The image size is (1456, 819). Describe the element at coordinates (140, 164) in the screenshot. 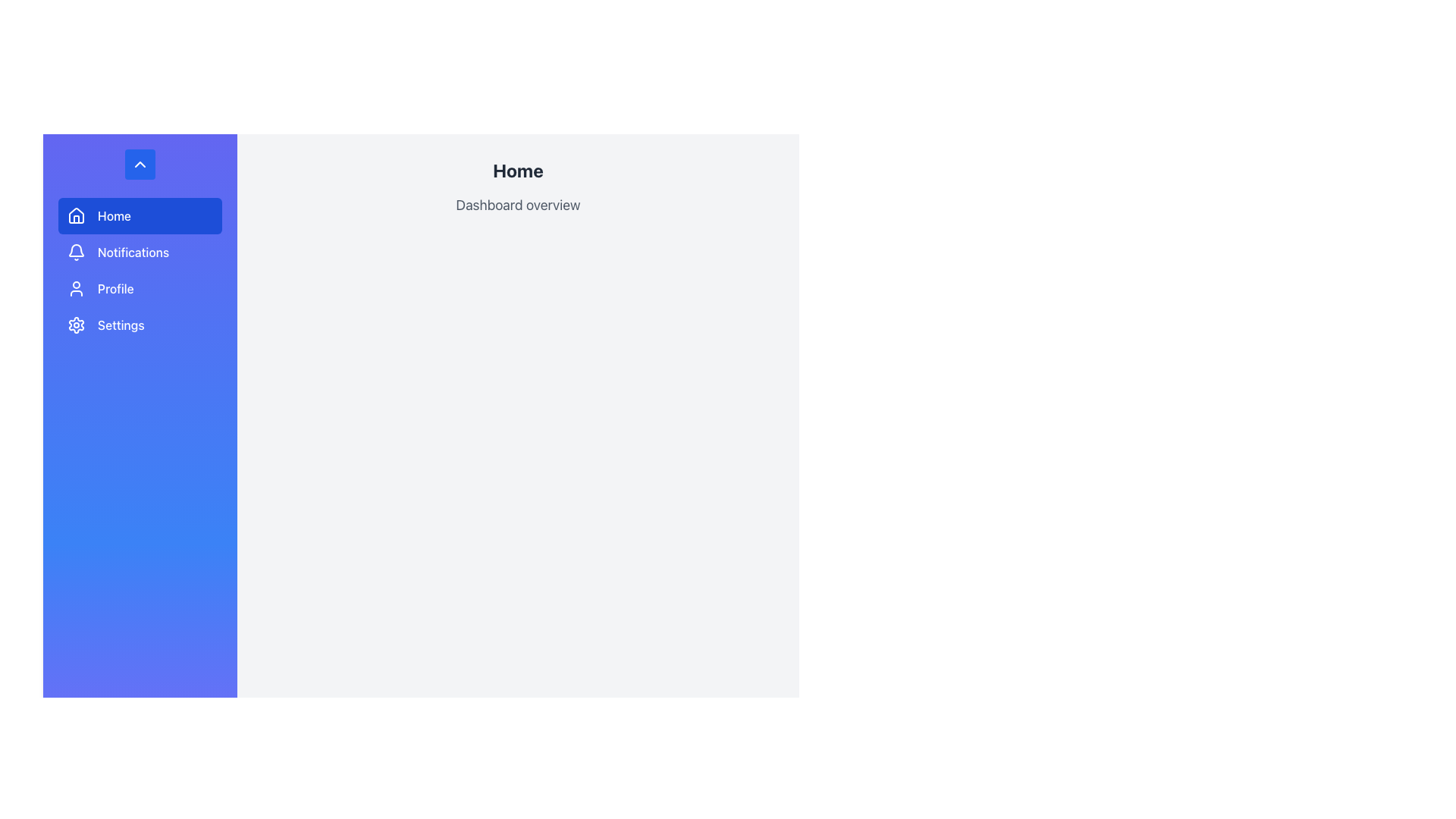

I see `the small square button with a blue background and upward-facing chevron icon` at that location.